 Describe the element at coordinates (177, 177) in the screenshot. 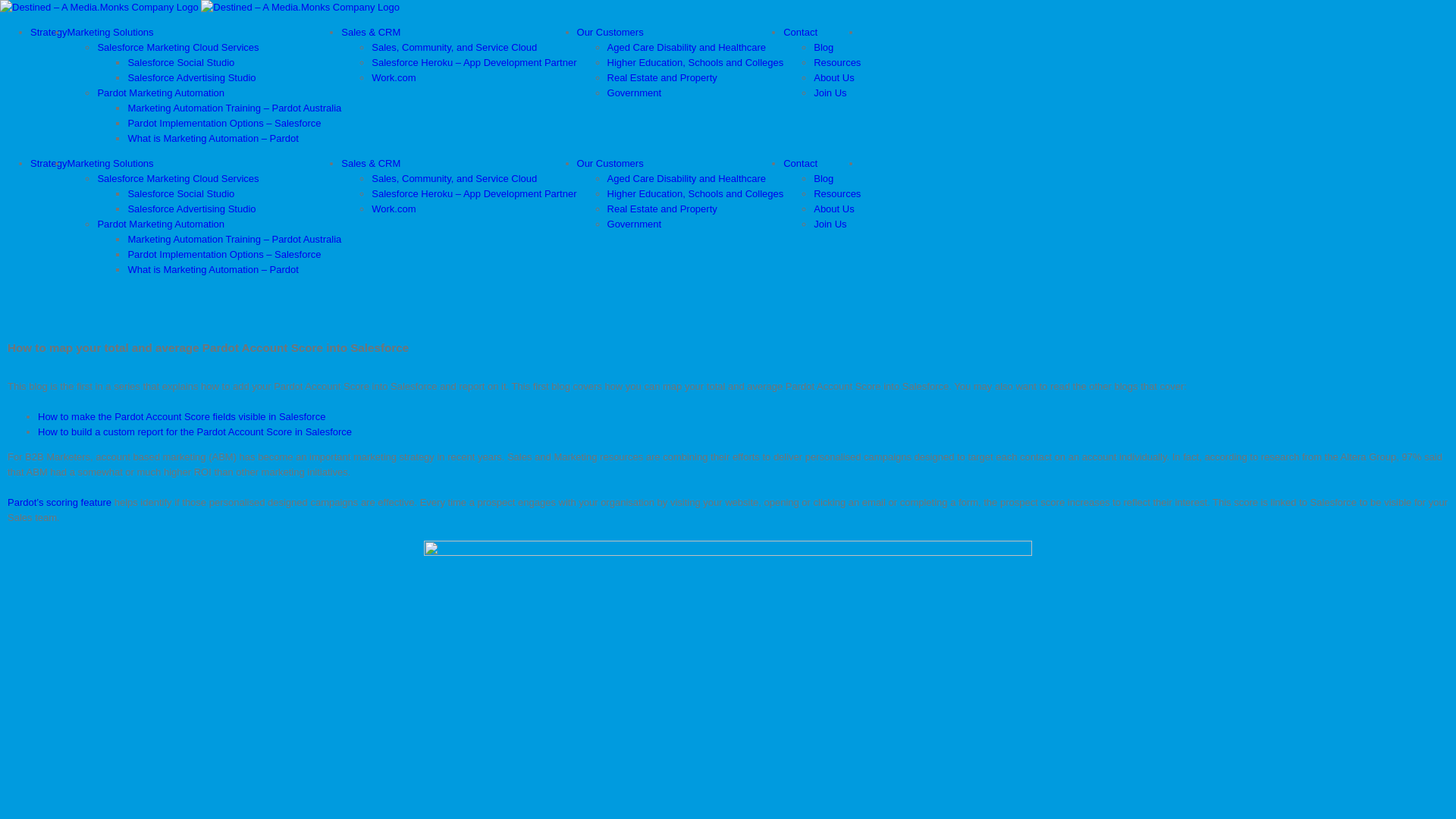

I see `'Salesforce Marketing Cloud Services'` at that location.